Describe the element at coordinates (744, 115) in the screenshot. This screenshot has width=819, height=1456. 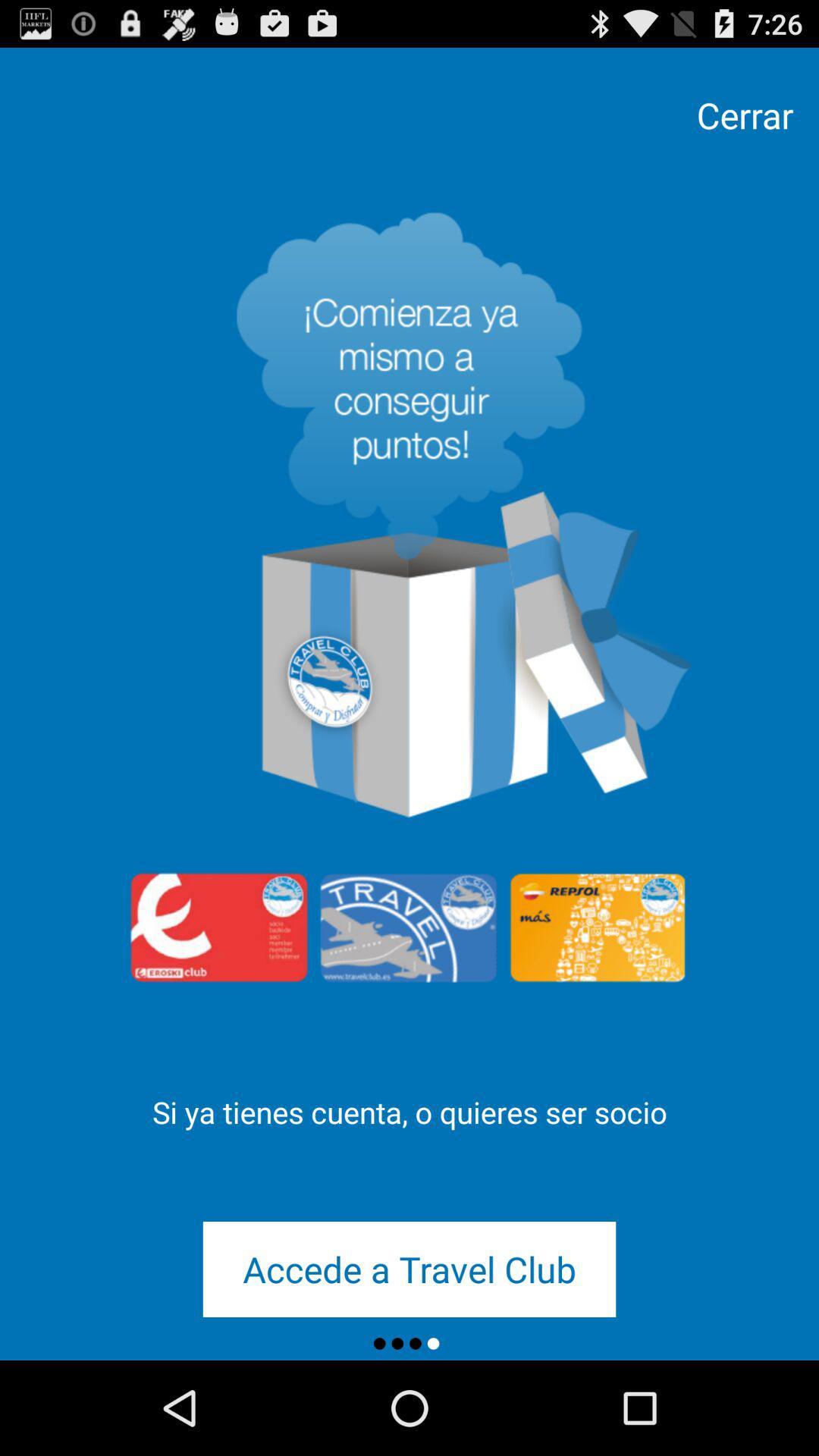
I see `item at the top right corner` at that location.